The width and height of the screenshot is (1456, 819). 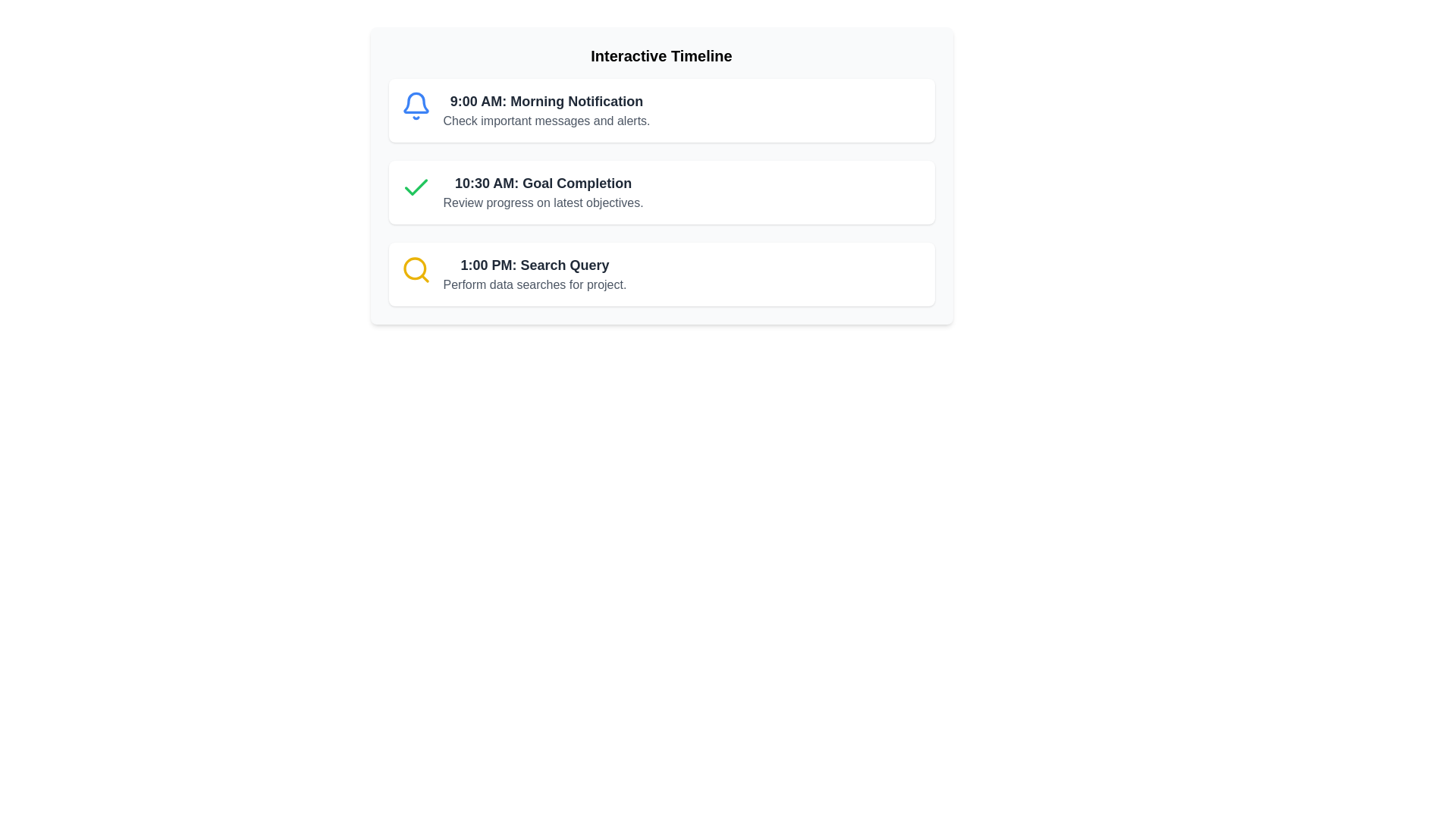 What do you see at coordinates (416, 187) in the screenshot?
I see `the green checkmark icon with a bold, rounded design that is adjacent to the '10:30 AM: Goal Completion' text in the second task card of the vertical task list` at bounding box center [416, 187].